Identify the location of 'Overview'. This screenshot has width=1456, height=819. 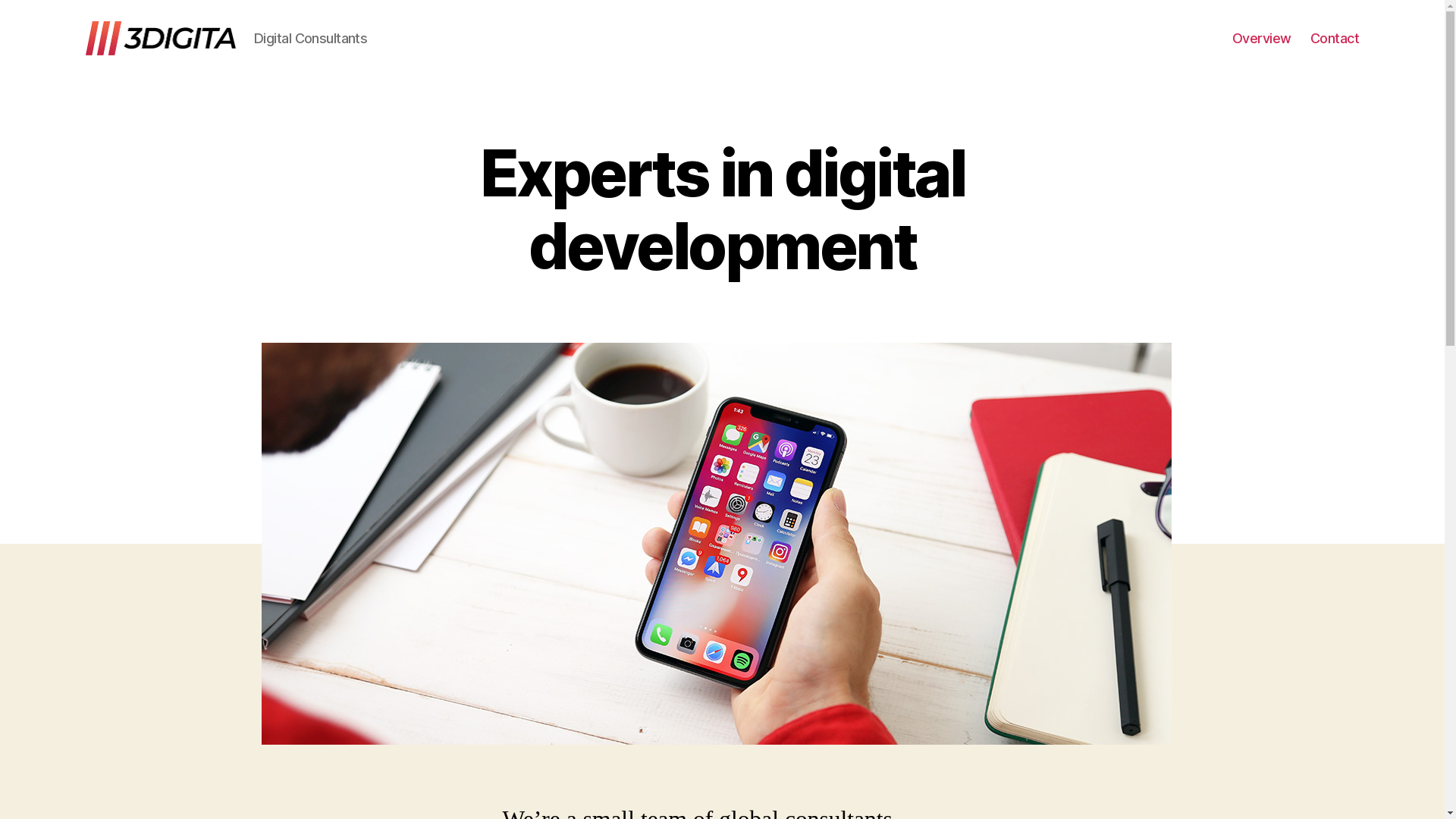
(1262, 37).